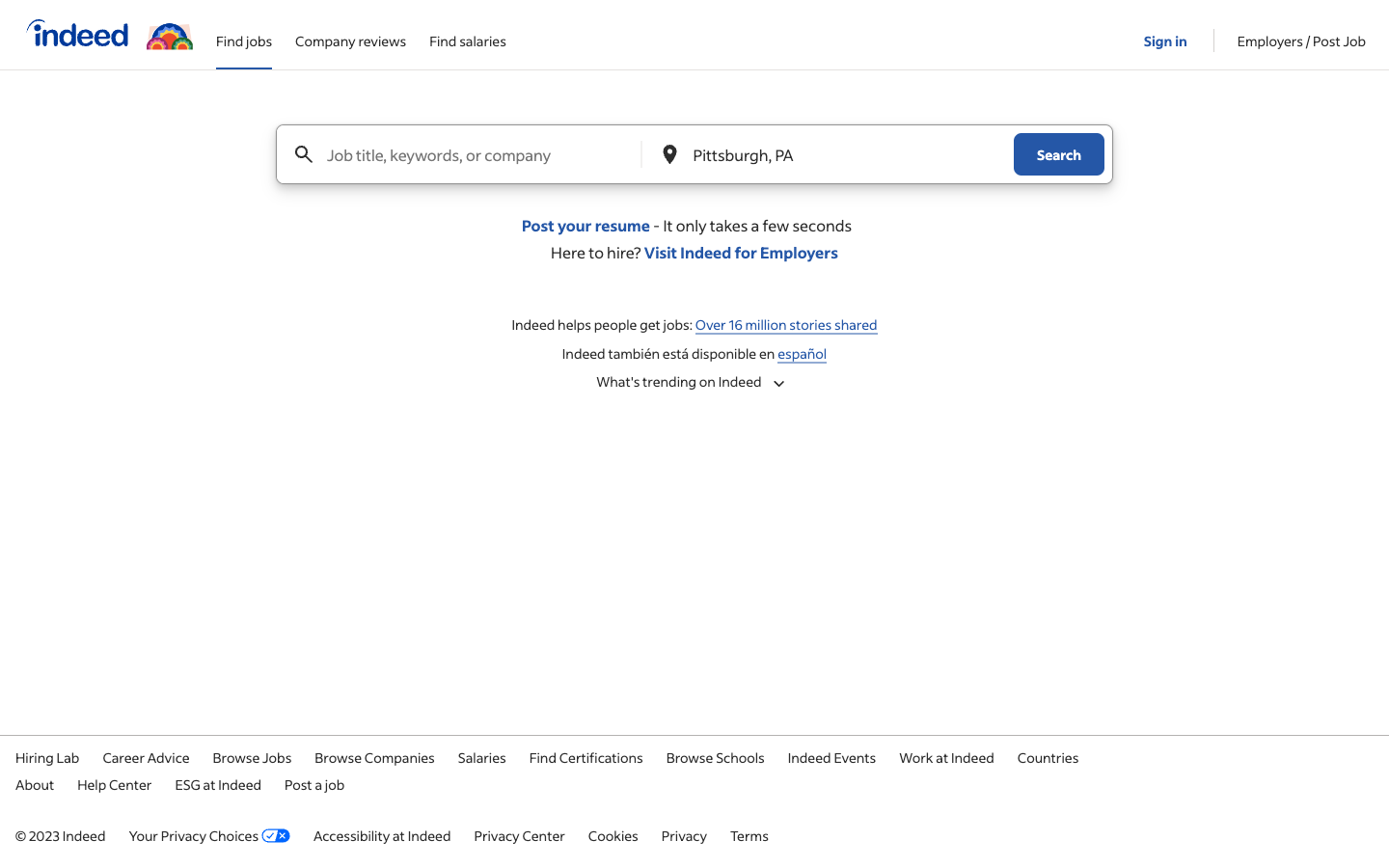  Describe the element at coordinates (480, 154) in the screenshot. I see `Search job opportunities for Machine Learning Engineer` at that location.